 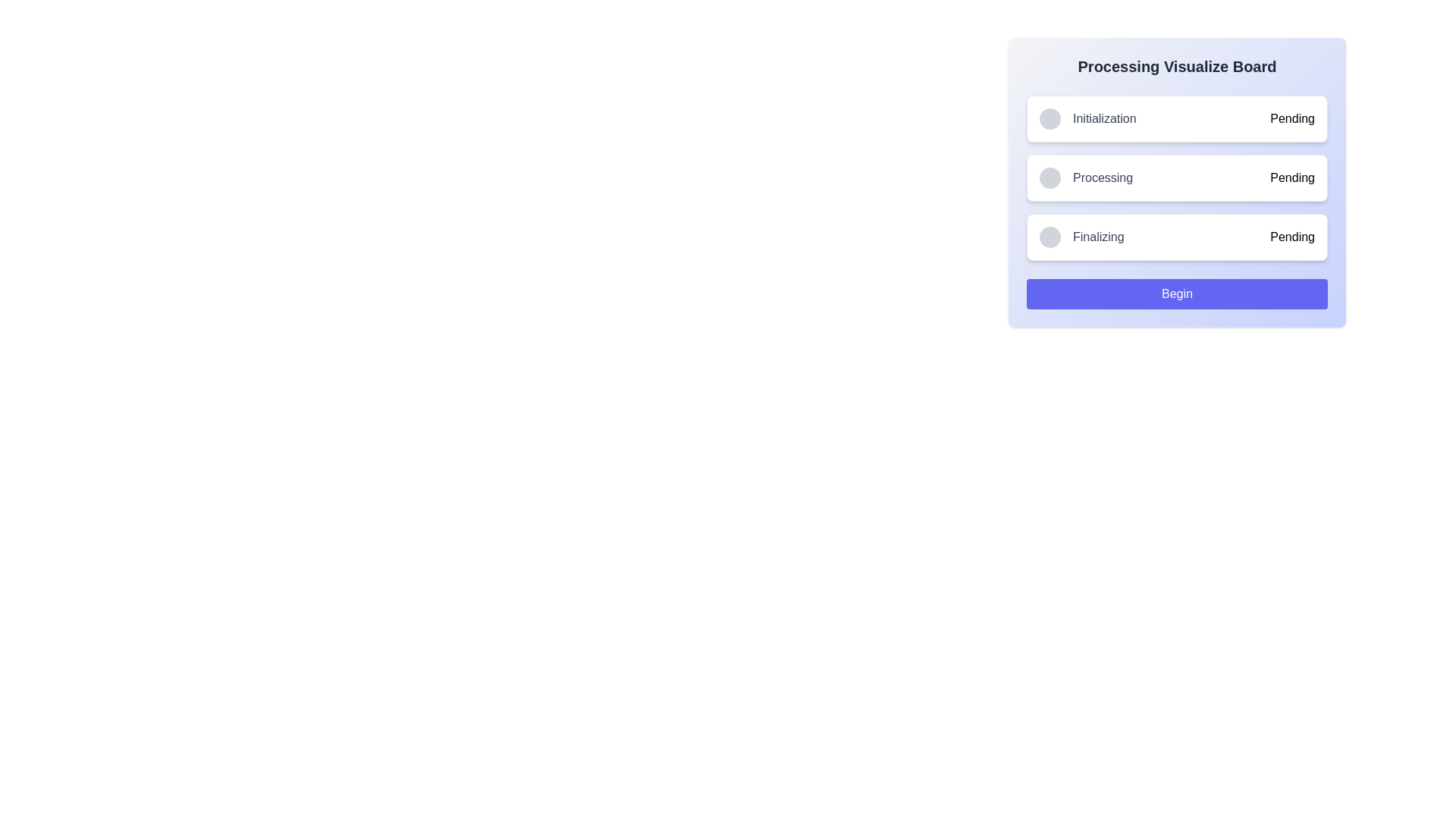 What do you see at coordinates (1085, 177) in the screenshot?
I see `the display-only Indicator, which signifies the current step in the process and is located below the 'Initialization' row and above the 'Finalizing' row` at bounding box center [1085, 177].